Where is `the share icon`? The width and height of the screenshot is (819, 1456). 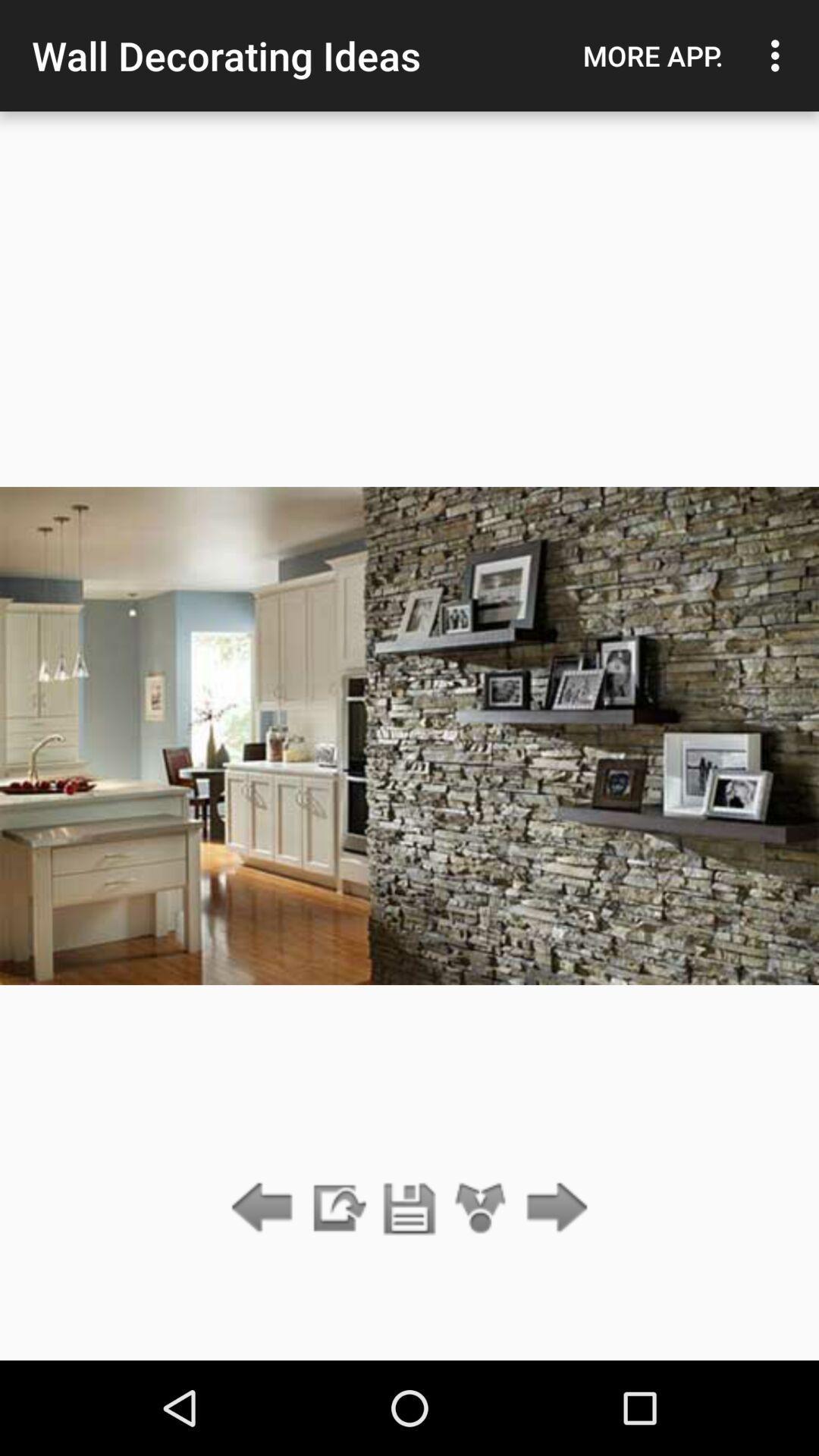
the share icon is located at coordinates (481, 1208).